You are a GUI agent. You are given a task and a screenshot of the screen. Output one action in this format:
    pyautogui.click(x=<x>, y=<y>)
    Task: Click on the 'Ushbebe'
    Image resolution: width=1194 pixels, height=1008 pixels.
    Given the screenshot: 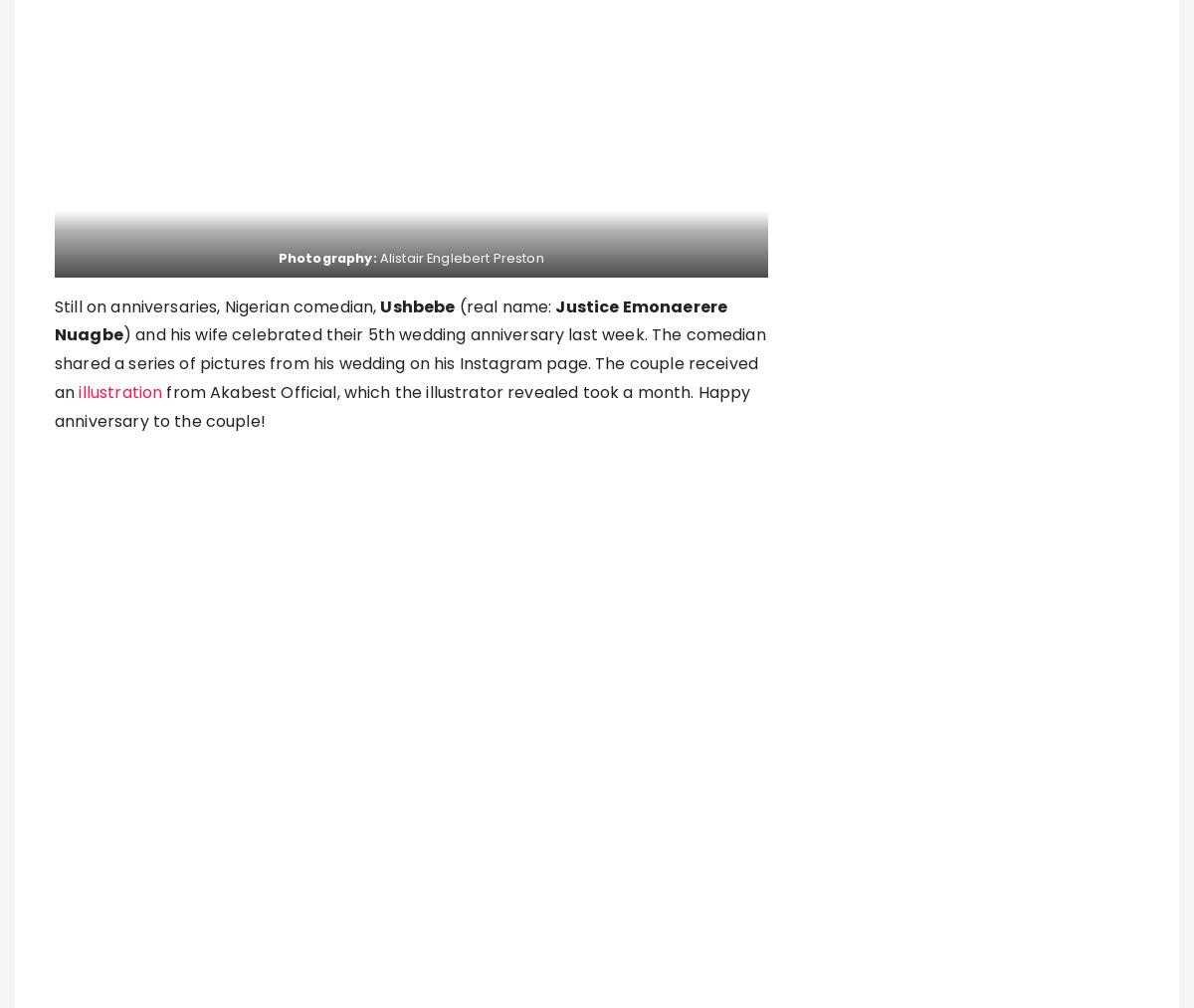 What is the action you would take?
    pyautogui.click(x=417, y=305)
    